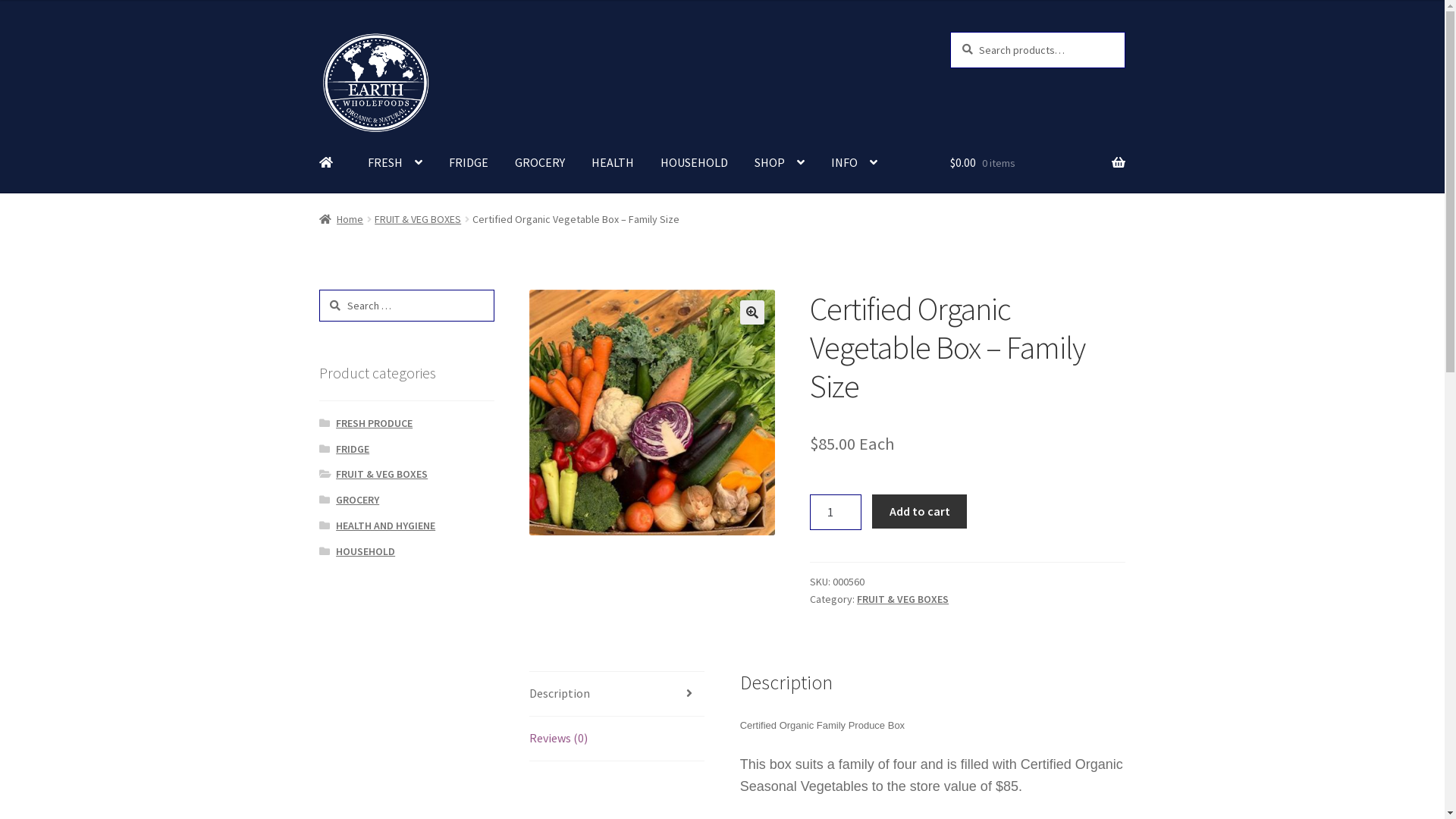 The image size is (1456, 819). What do you see at coordinates (918, 512) in the screenshot?
I see `'Add to cart'` at bounding box center [918, 512].